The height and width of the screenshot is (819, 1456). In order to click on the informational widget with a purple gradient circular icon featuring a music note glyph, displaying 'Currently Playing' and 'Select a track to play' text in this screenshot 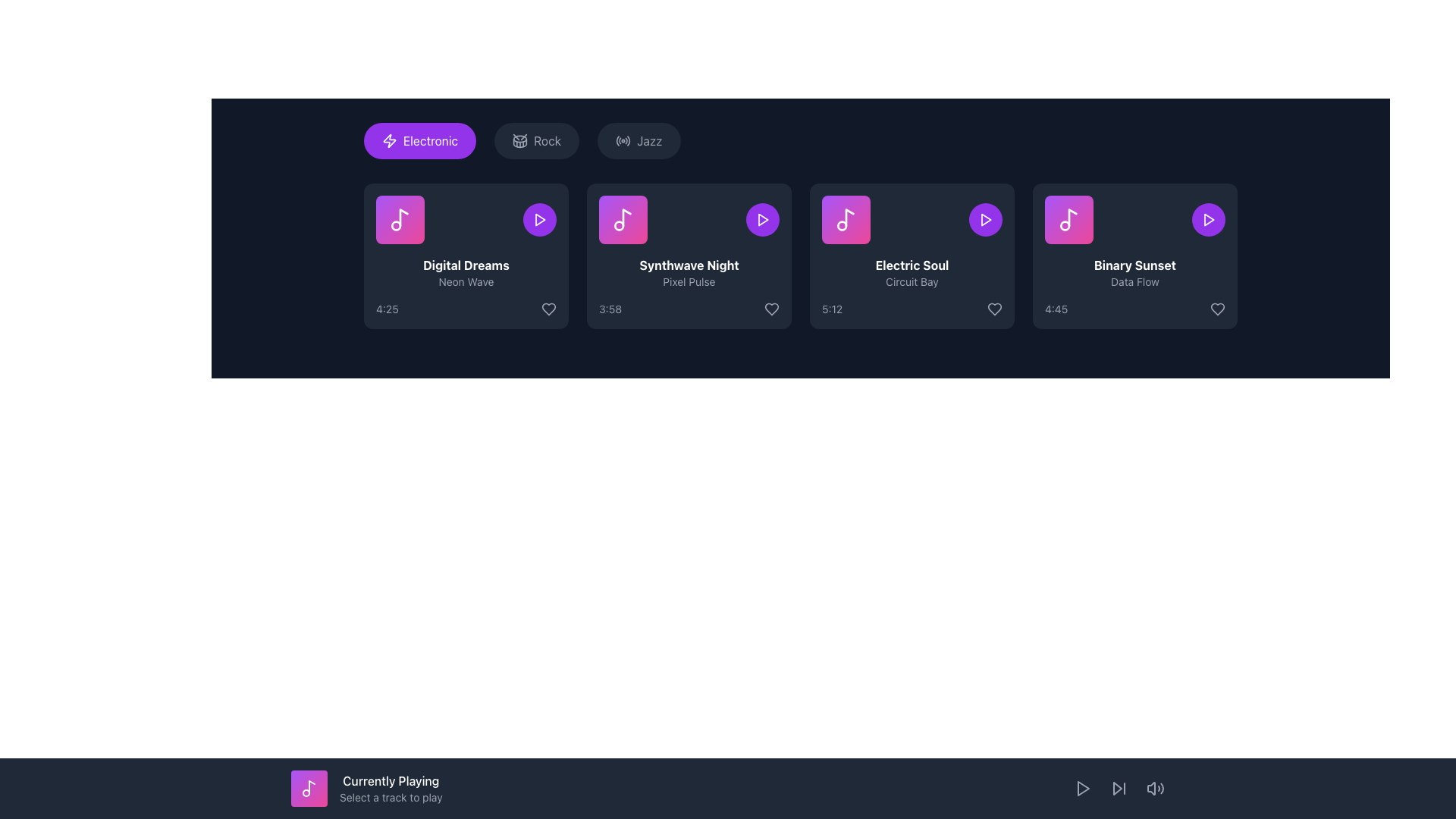, I will do `click(366, 788)`.